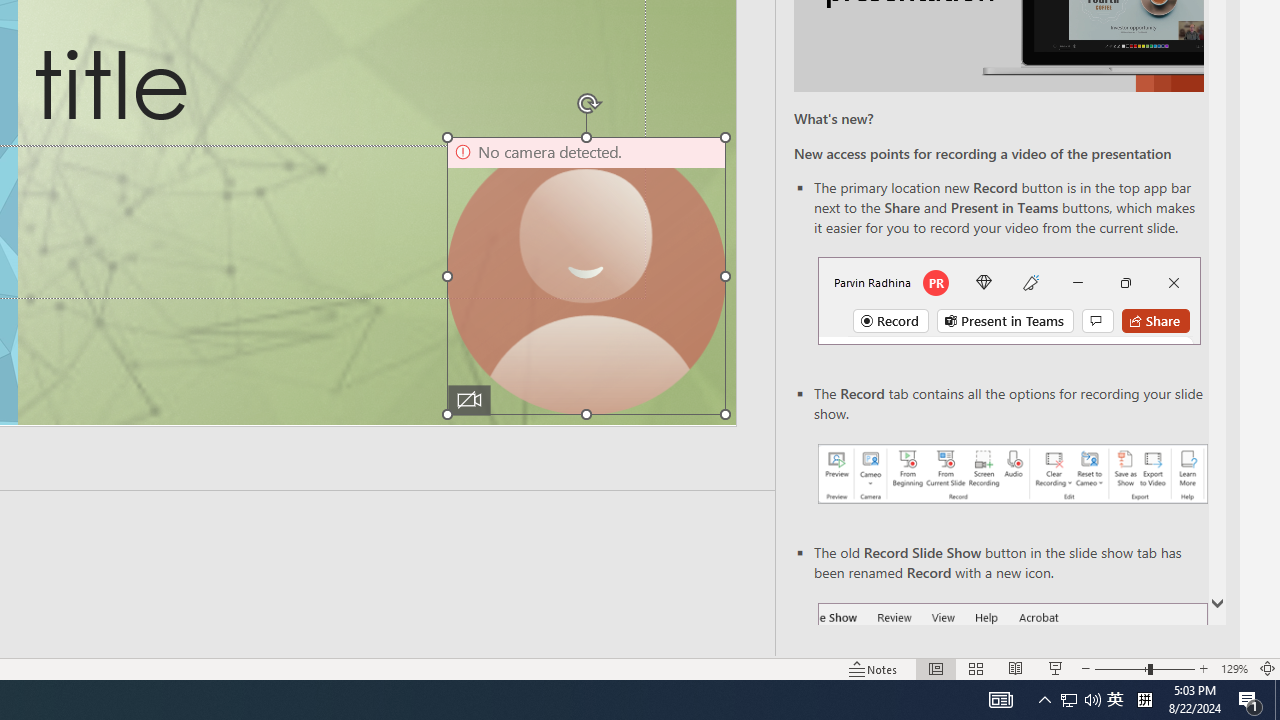 The image size is (1280, 720). I want to click on 'Reading View', so click(1015, 669).